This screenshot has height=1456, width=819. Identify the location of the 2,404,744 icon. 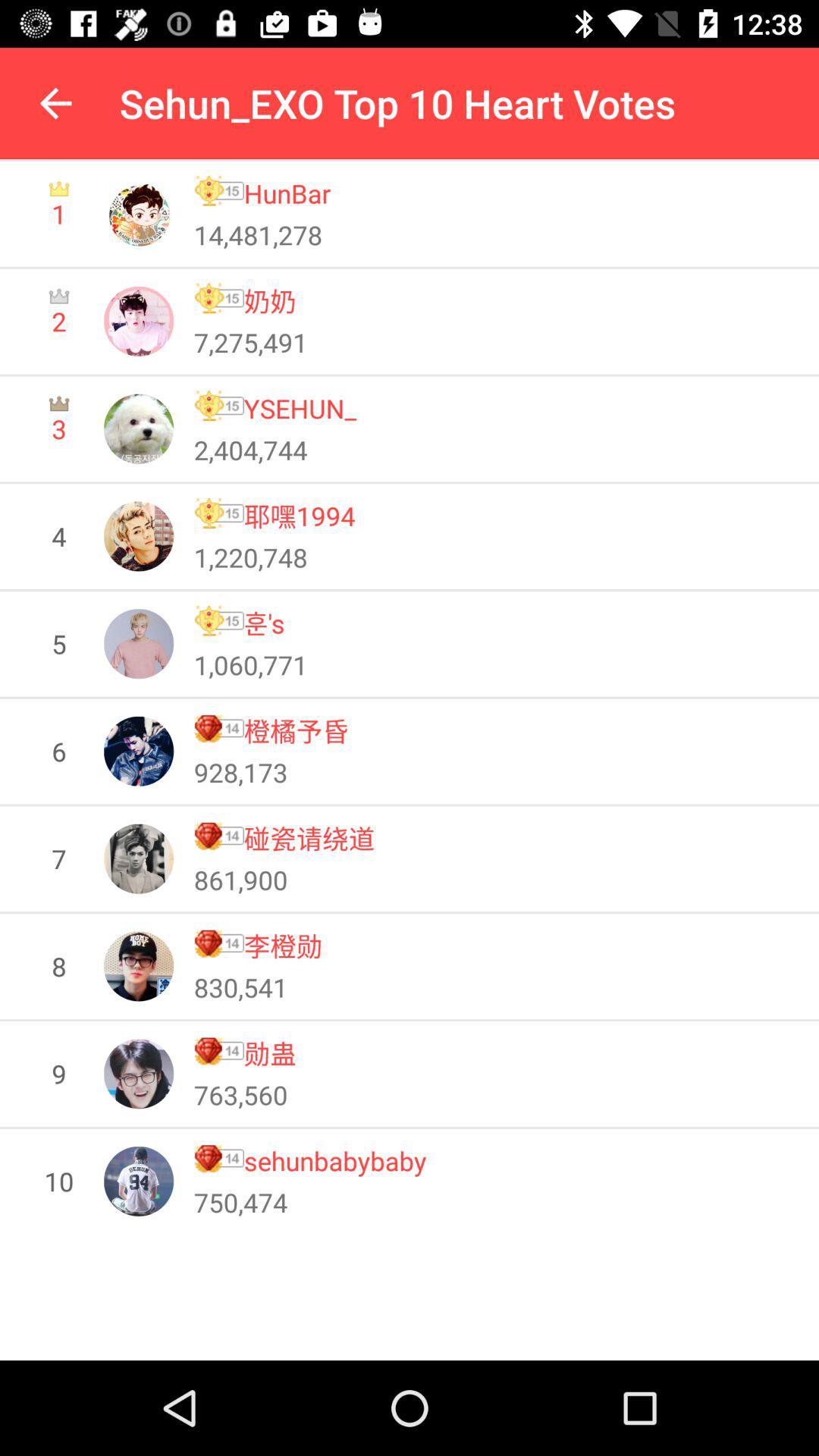
(249, 449).